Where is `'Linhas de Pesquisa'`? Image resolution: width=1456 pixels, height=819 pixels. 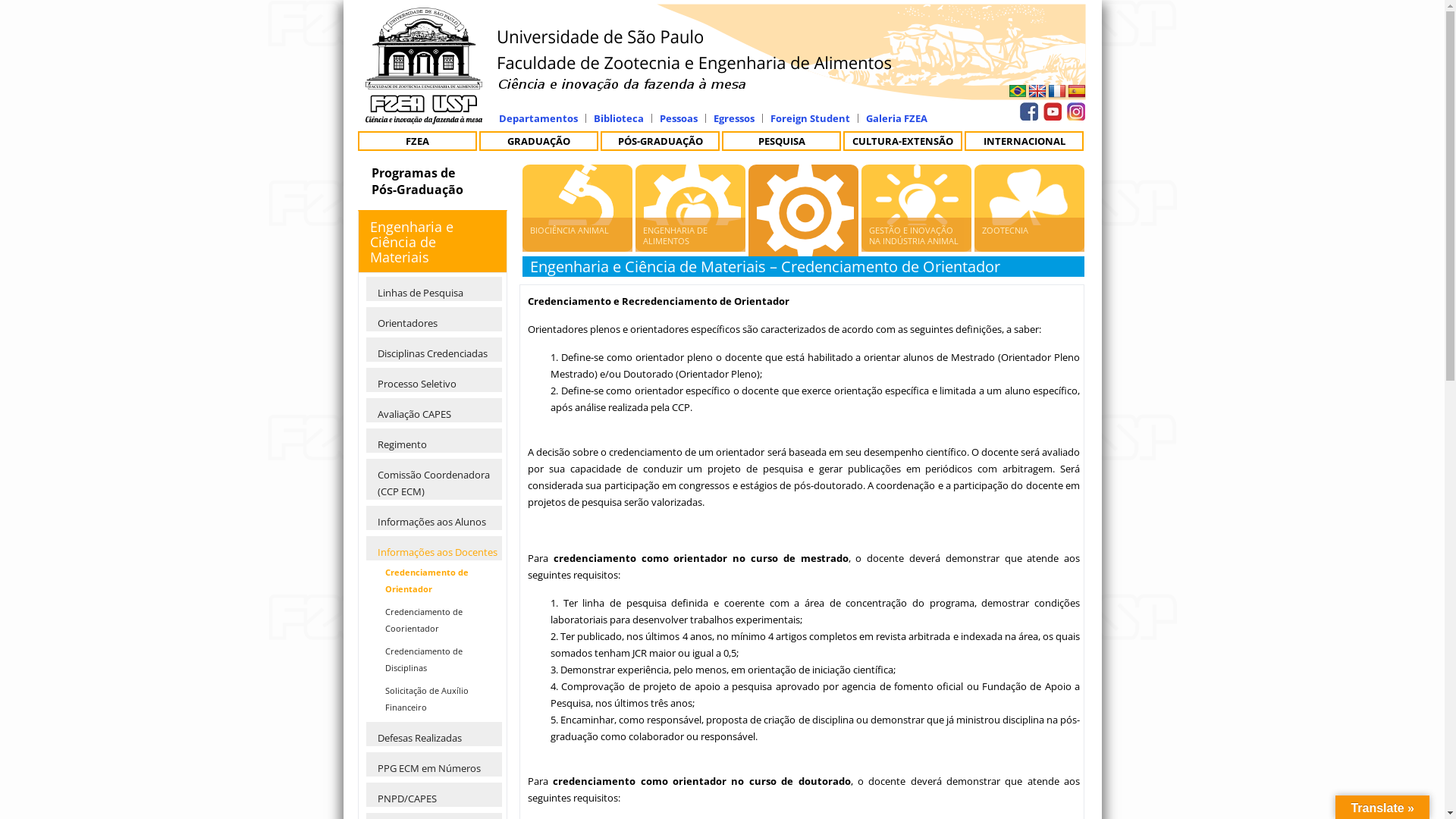 'Linhas de Pesquisa' is located at coordinates (433, 289).